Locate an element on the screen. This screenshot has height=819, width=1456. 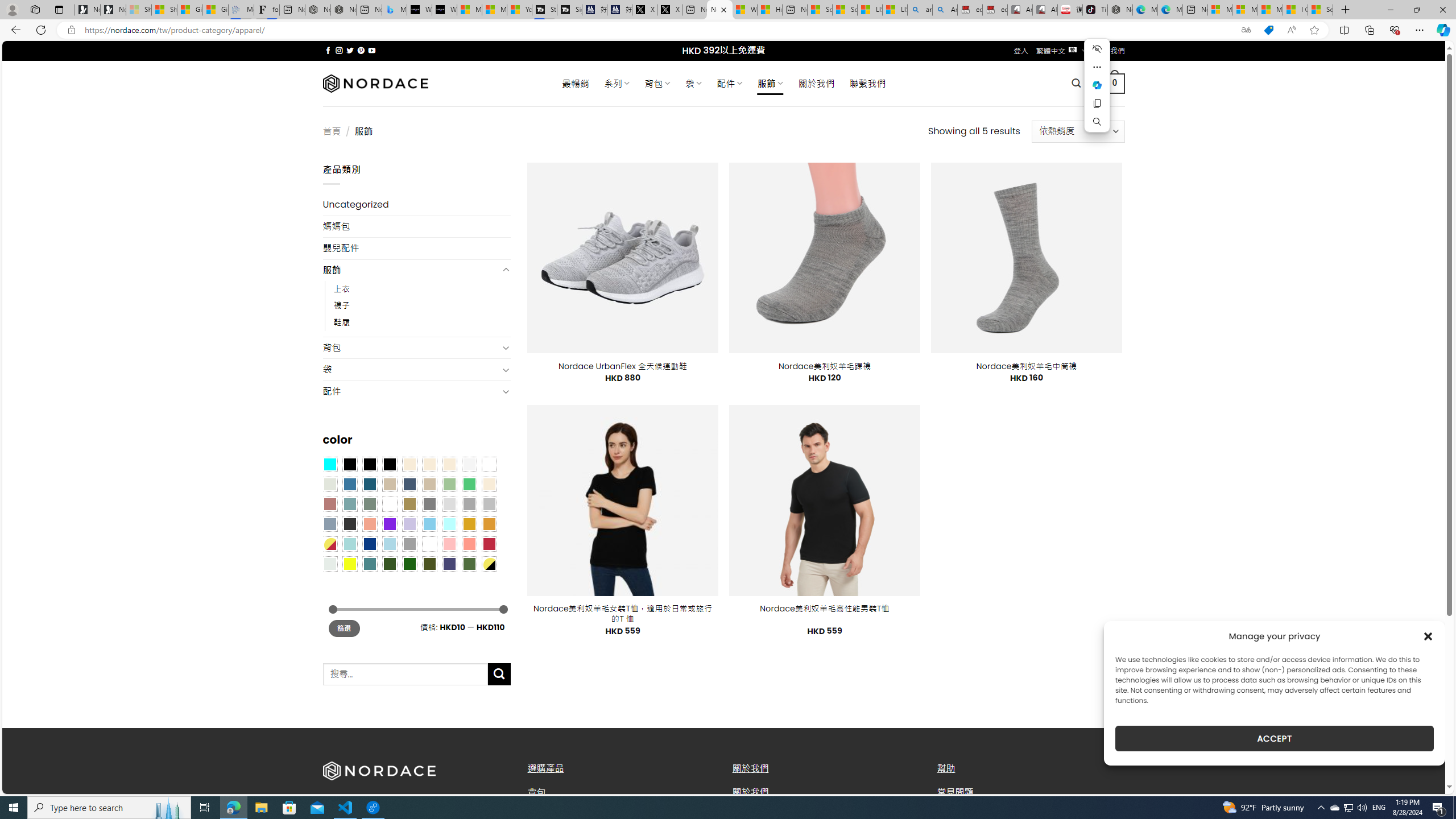
'Follow on Facebook' is located at coordinates (328, 50).